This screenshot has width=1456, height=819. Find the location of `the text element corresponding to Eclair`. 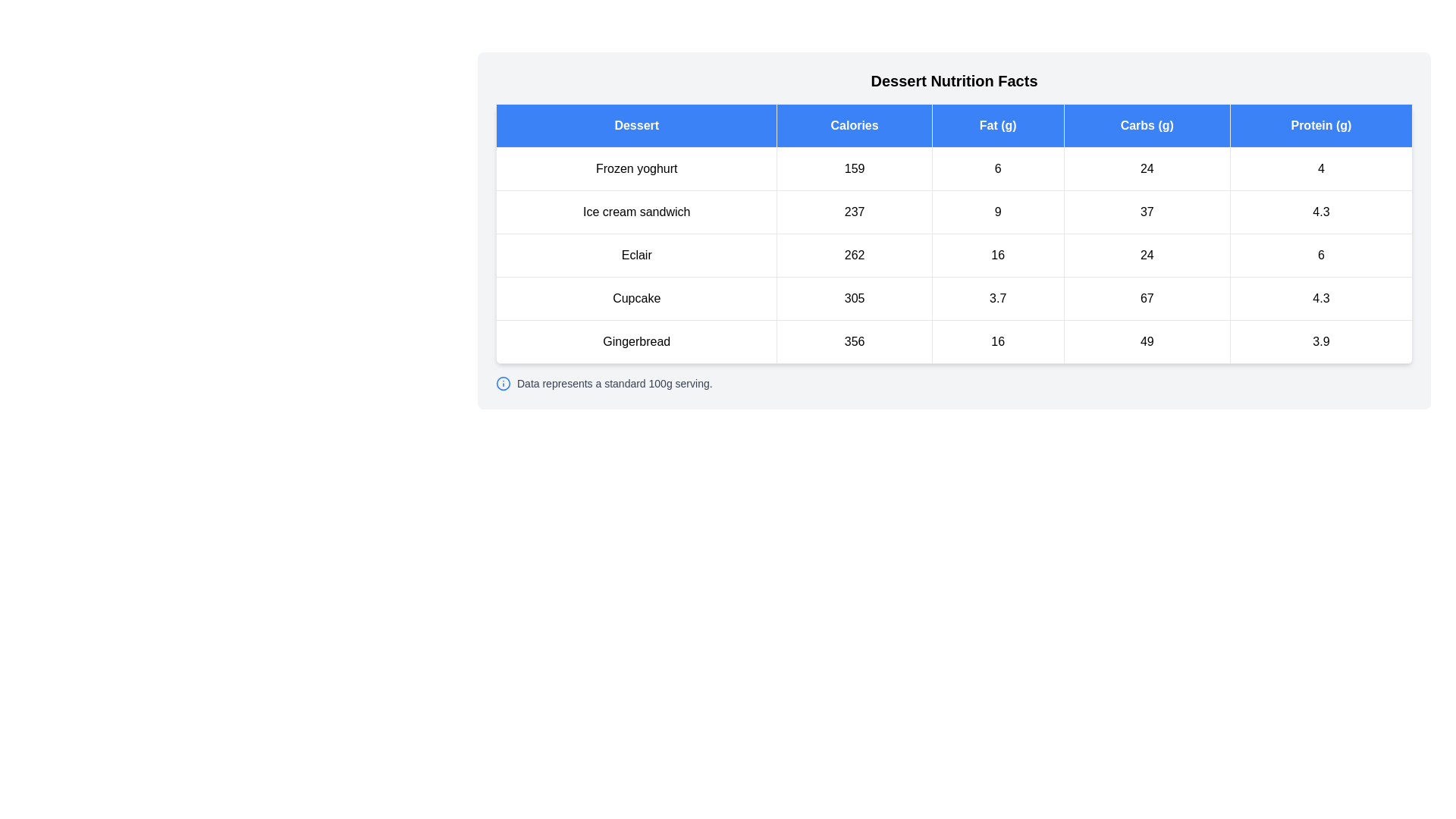

the text element corresponding to Eclair is located at coordinates (636, 254).